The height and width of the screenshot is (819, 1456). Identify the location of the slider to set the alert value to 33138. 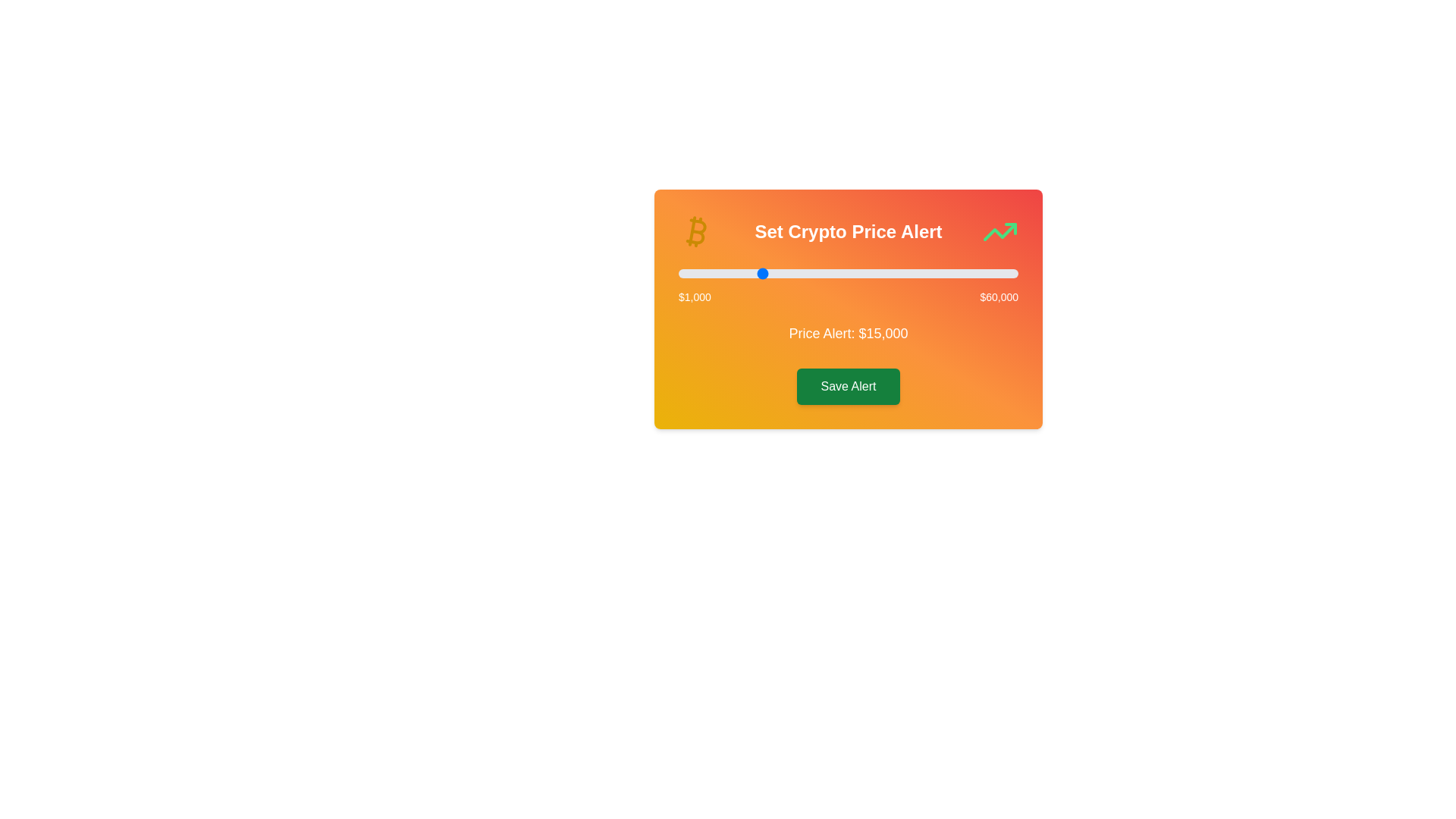
(863, 274).